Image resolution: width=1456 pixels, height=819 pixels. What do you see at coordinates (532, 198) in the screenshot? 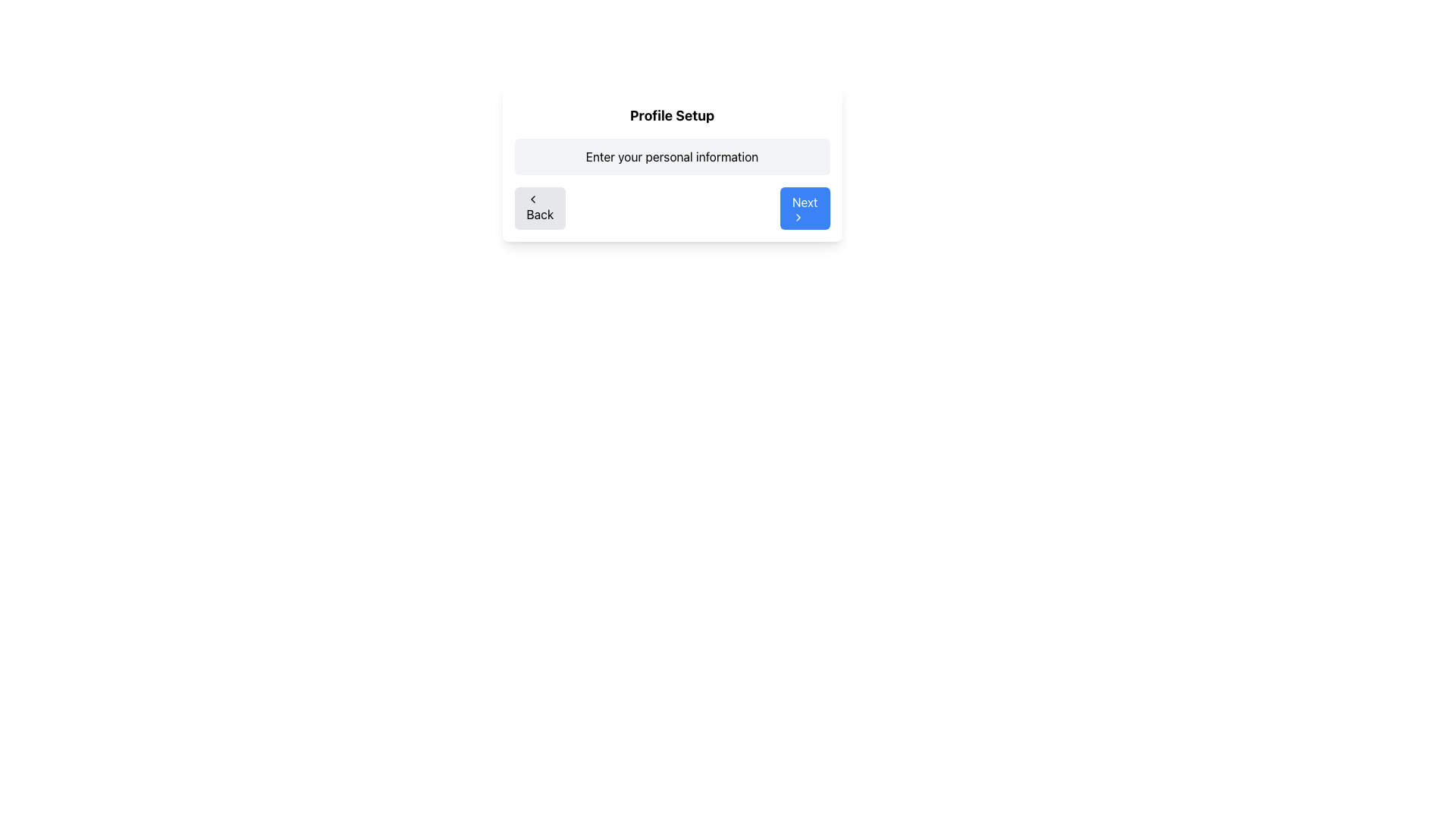
I see `the left-facing chevron icon within the gray 'Back' button` at bounding box center [532, 198].